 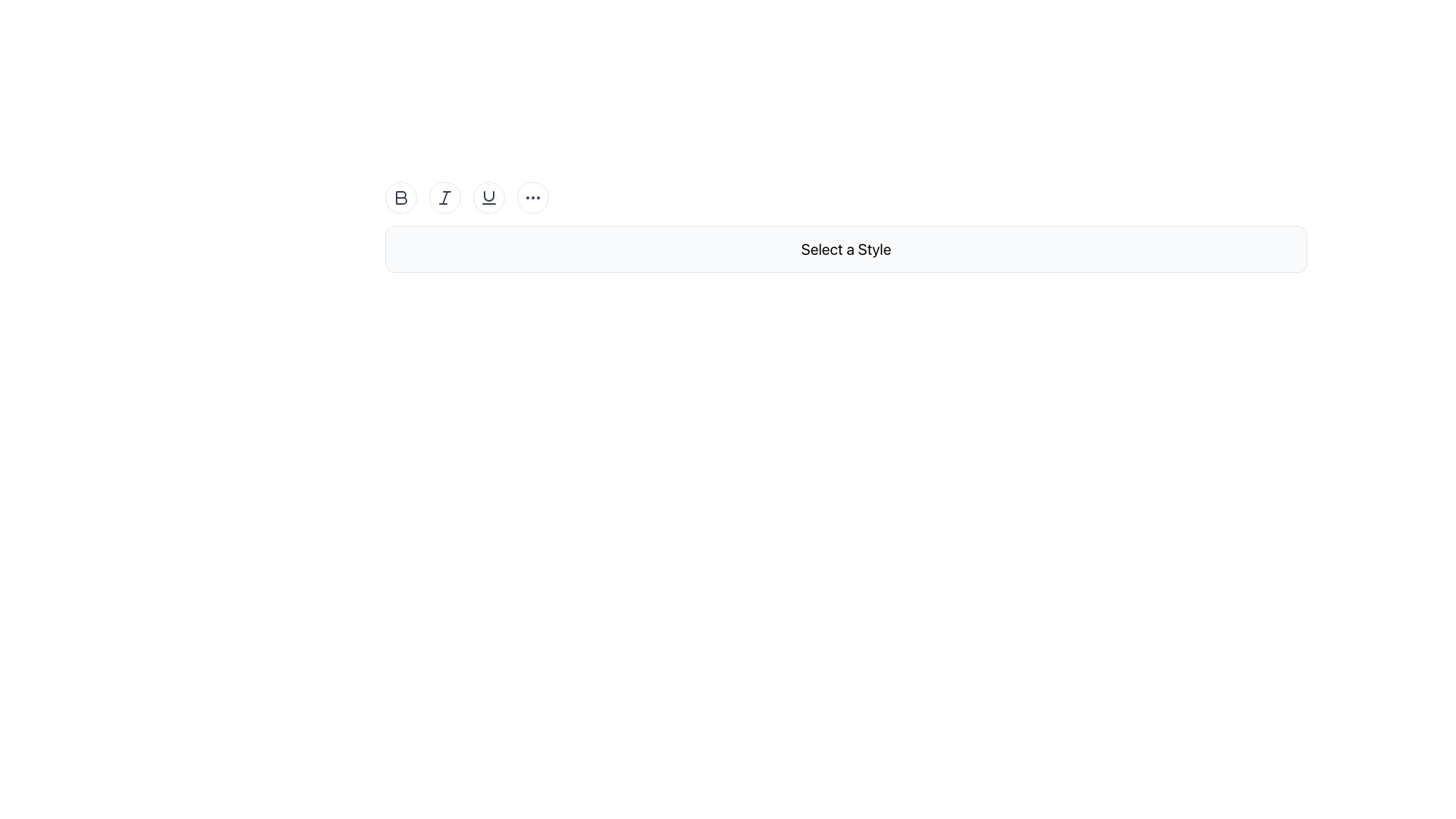 I want to click on the circular button with an italicized 'I' icon, so click(x=444, y=197).